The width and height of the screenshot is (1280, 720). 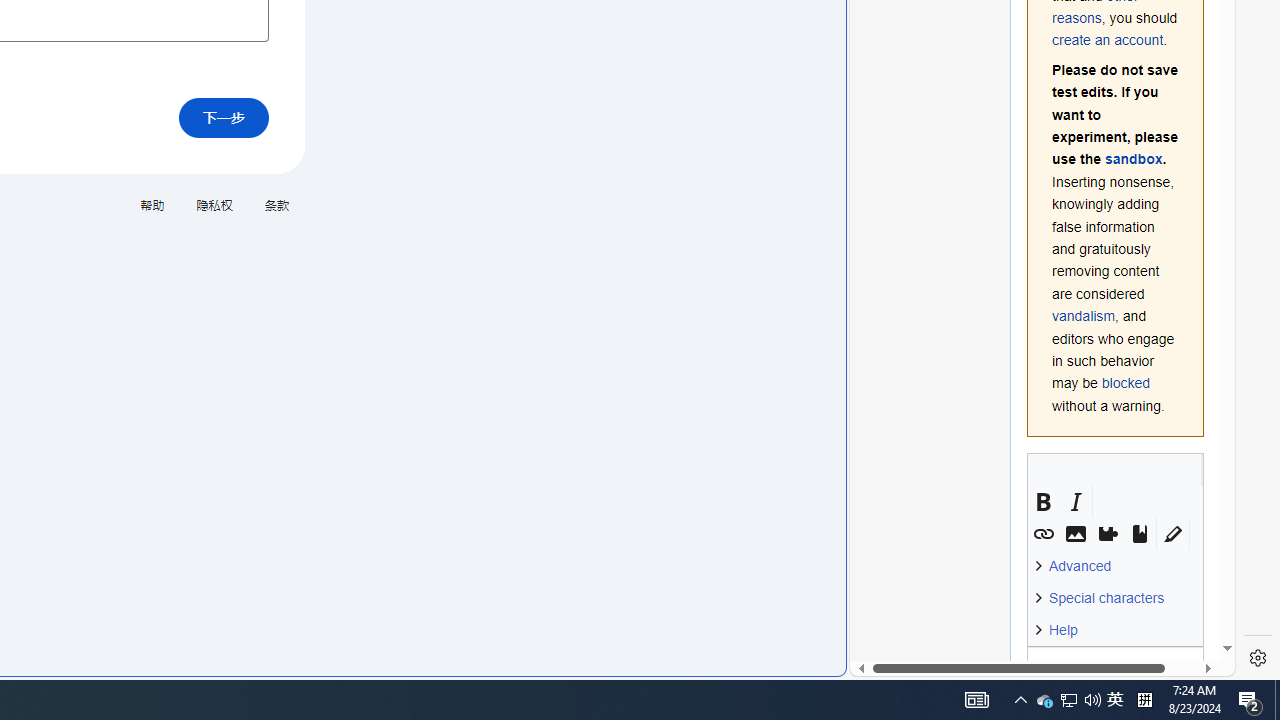 I want to click on 'Insert a template', so click(x=1106, y=533).